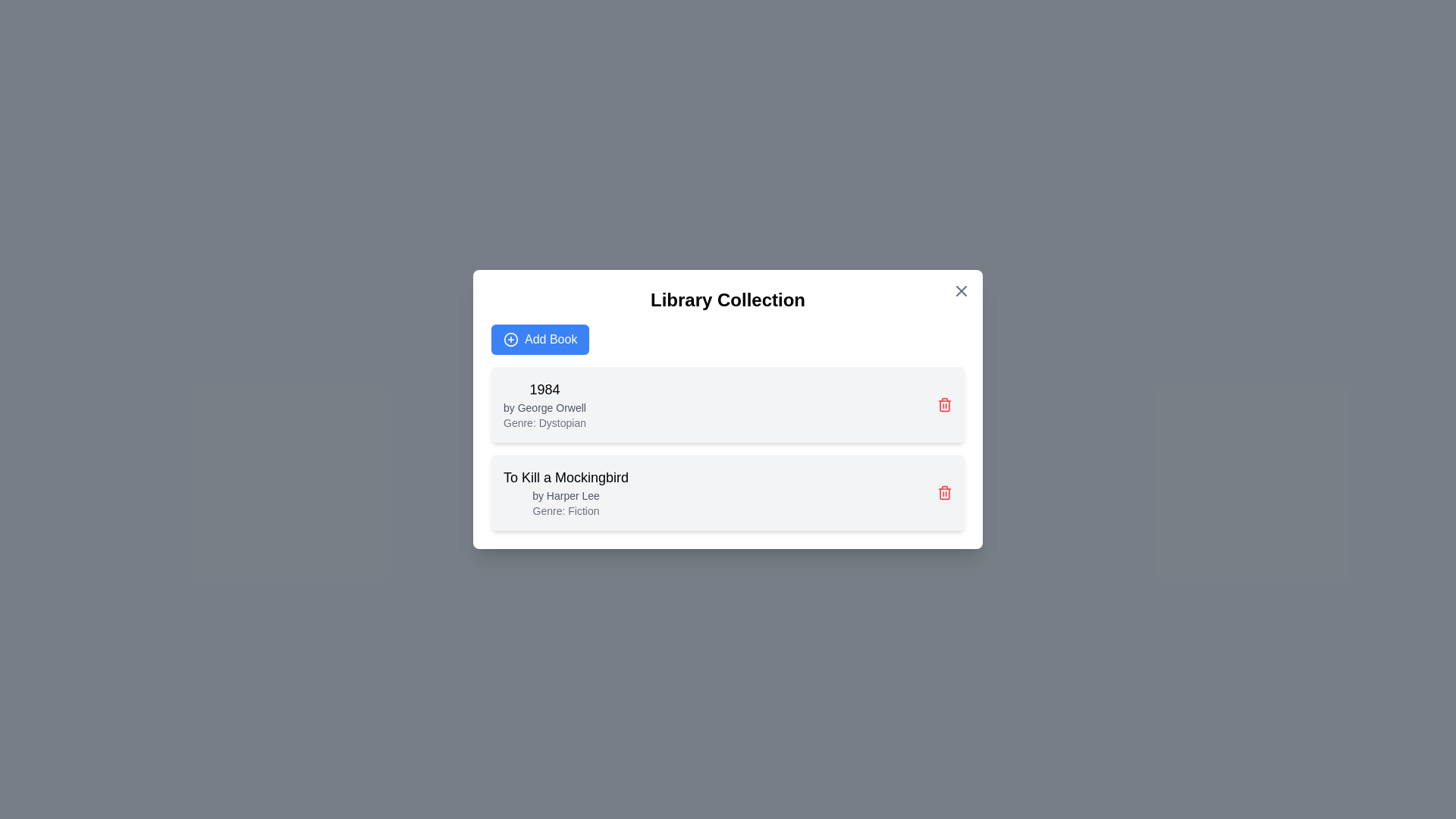 The height and width of the screenshot is (819, 1456). I want to click on the first book entry card in the 'Library Collection' modal, so click(728, 409).